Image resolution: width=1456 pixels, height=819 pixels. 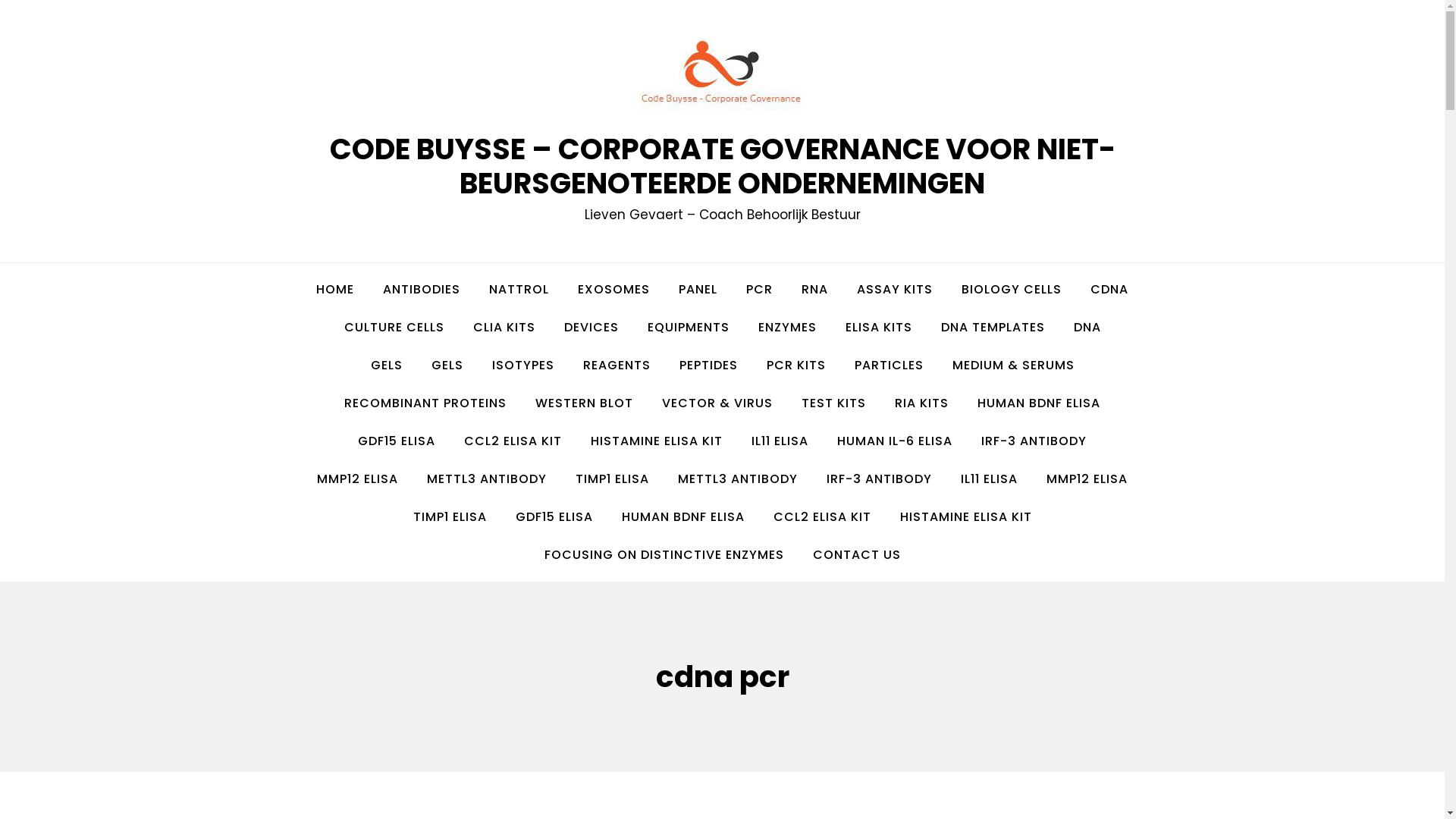 What do you see at coordinates (519, 289) in the screenshot?
I see `'NATTROL'` at bounding box center [519, 289].